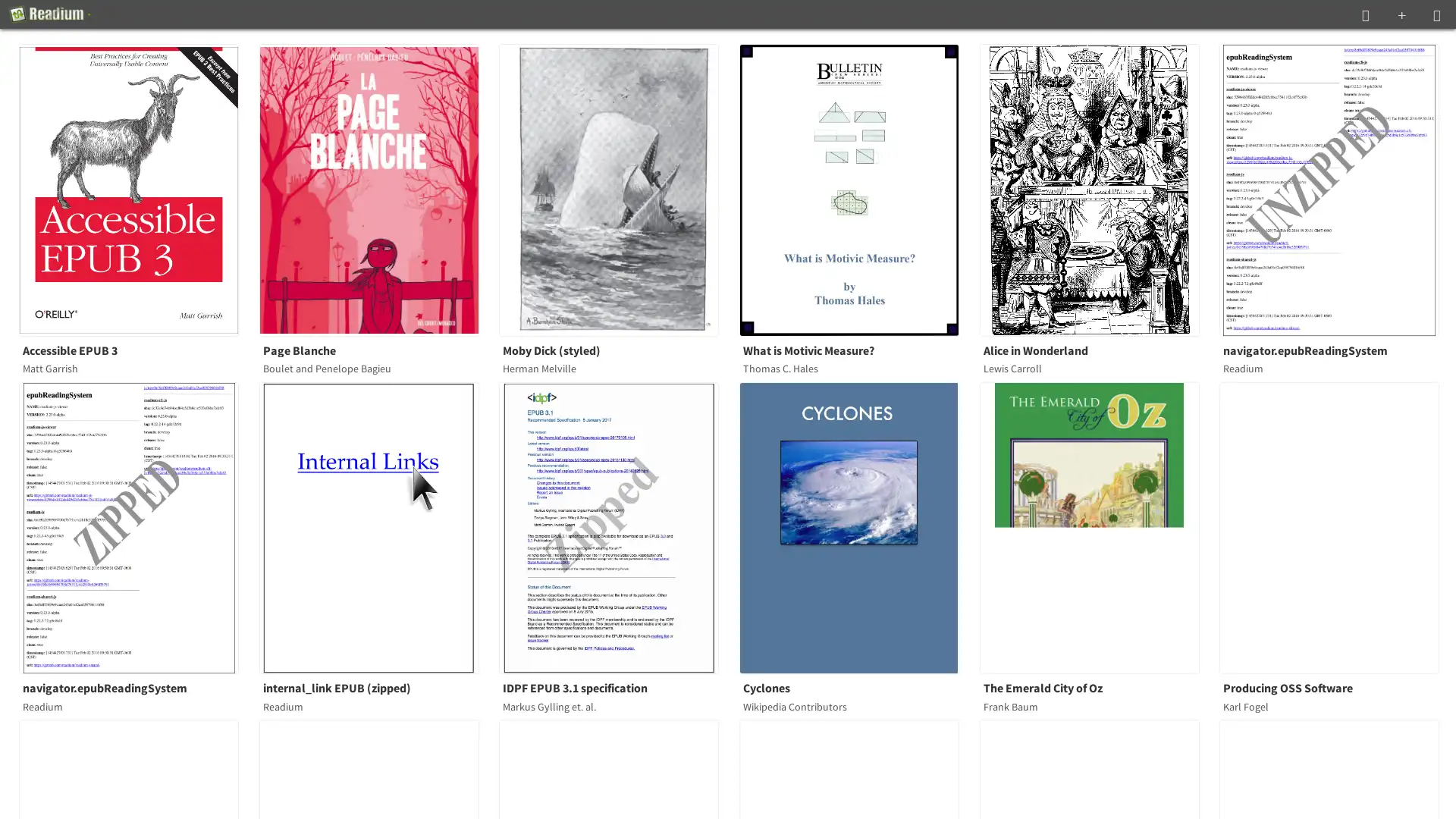 The width and height of the screenshot is (1456, 819). What do you see at coordinates (1098, 526) in the screenshot?
I see `(11) The Emerald City of Oz` at bounding box center [1098, 526].